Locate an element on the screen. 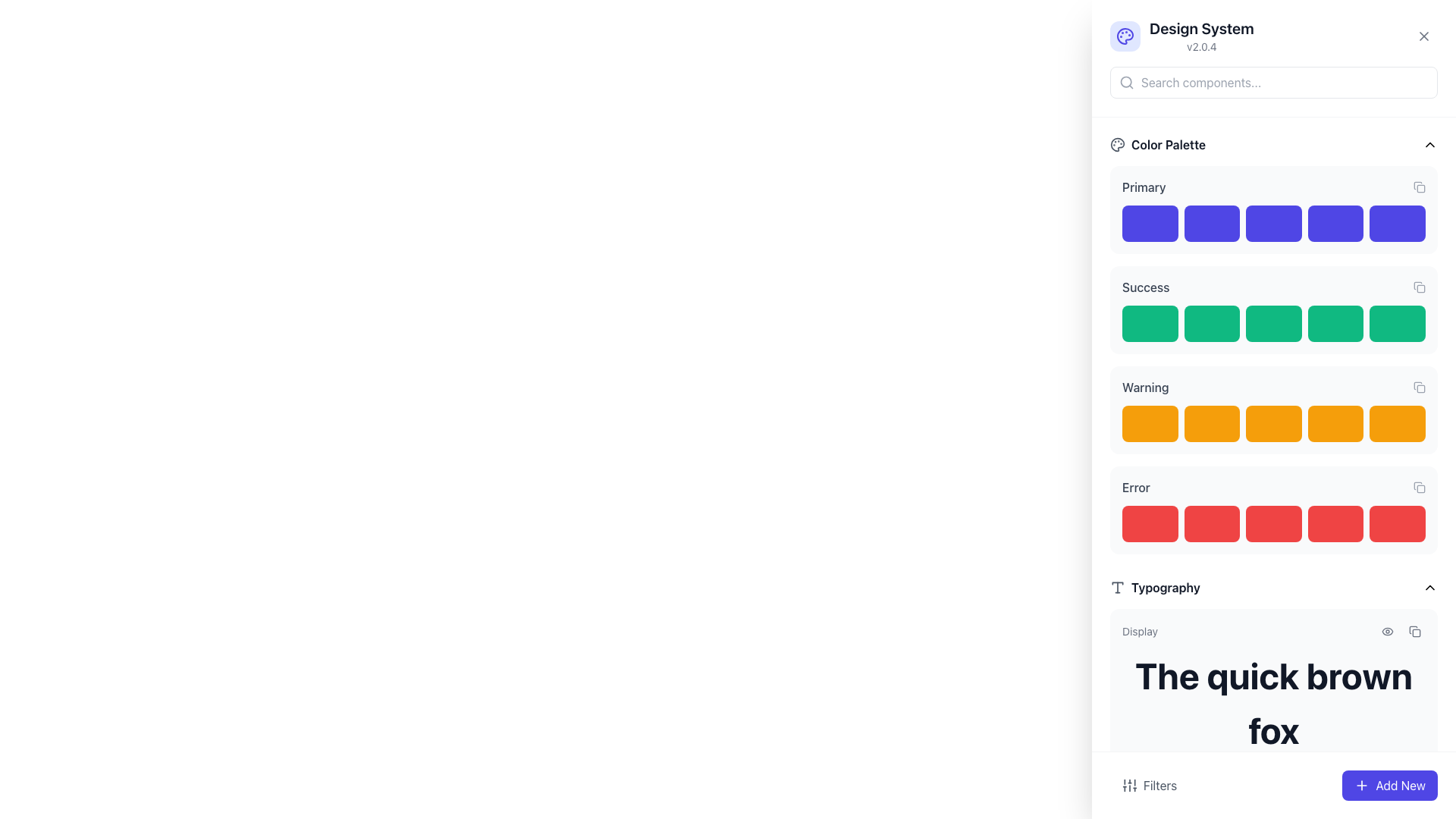 The image size is (1456, 819). the blue color swatch in the 'Primary' color palette, which is the second element from the left is located at coordinates (1211, 223).